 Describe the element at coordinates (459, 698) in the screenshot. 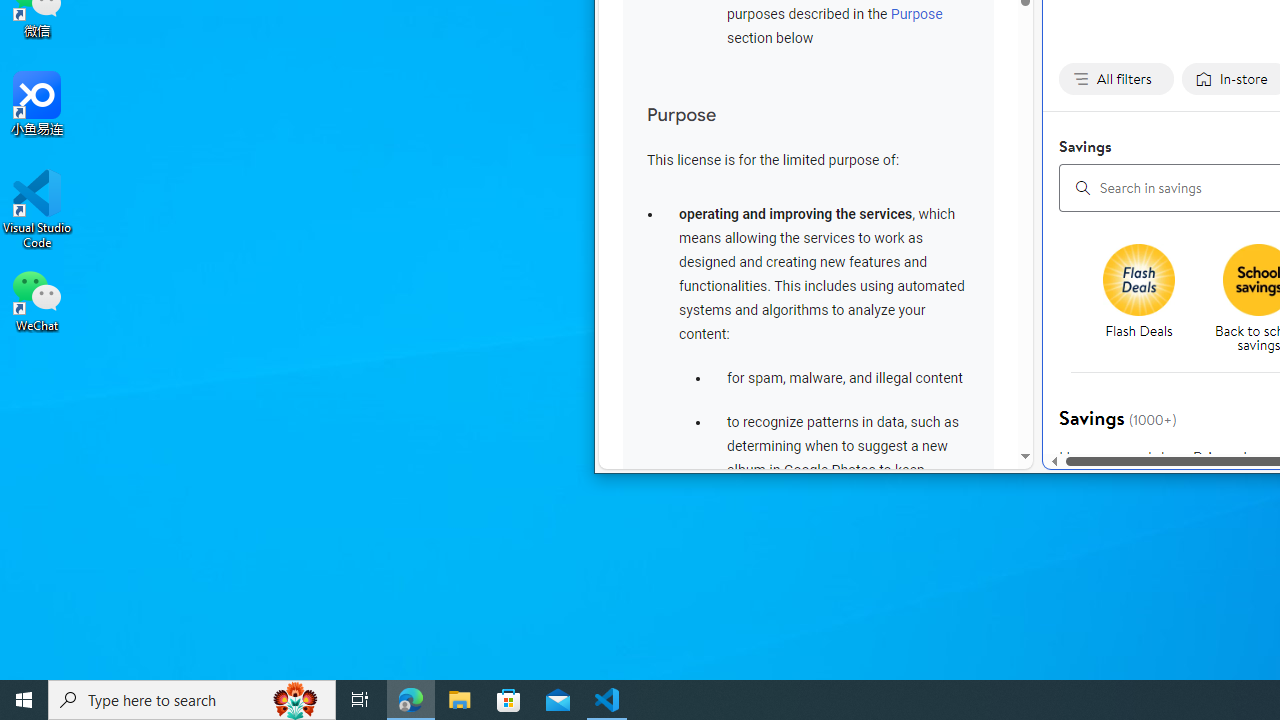

I see `'File Explorer'` at that location.